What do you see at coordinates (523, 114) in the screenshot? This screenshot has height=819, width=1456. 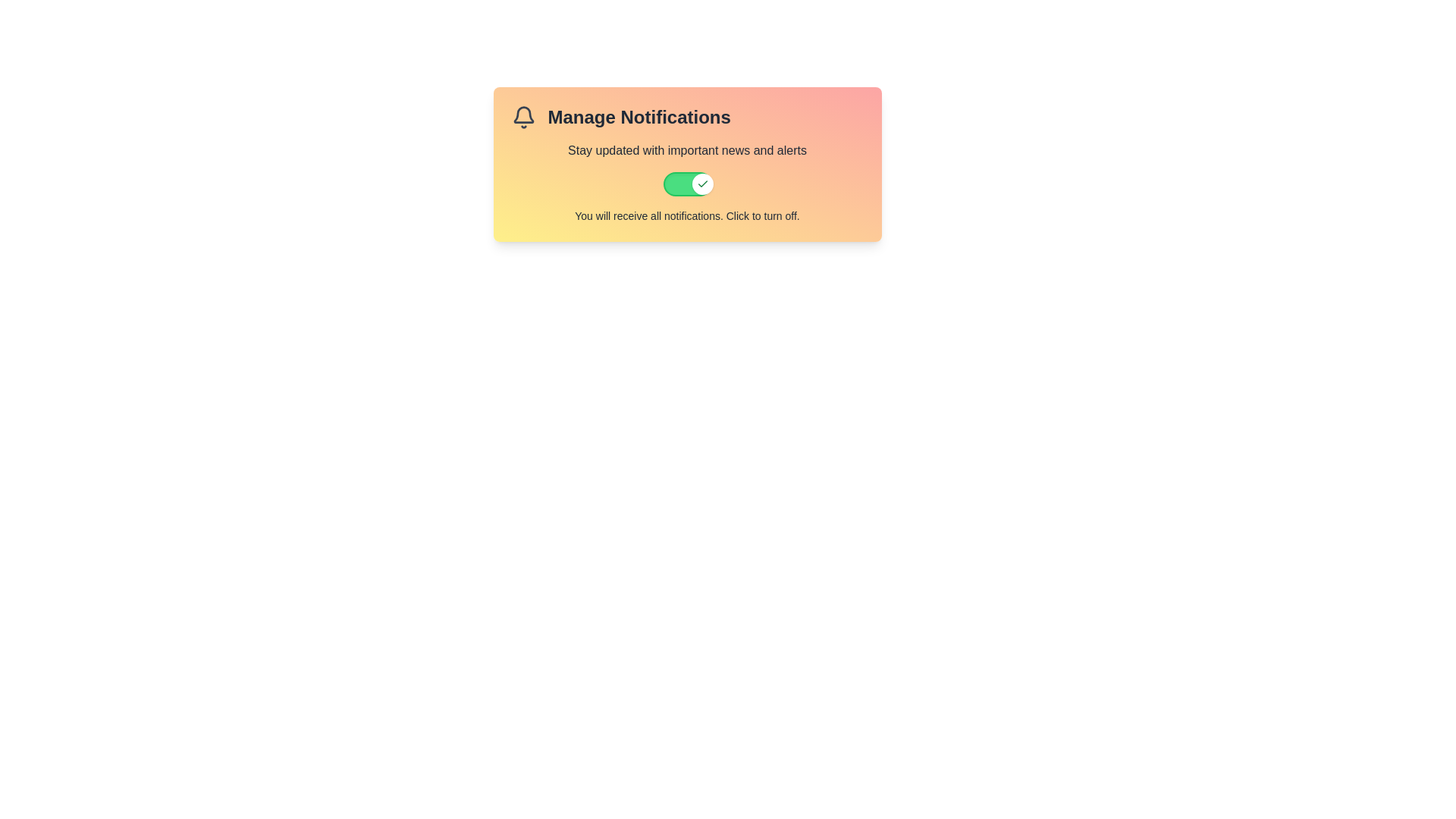 I see `the lower portion of the bell icon, which symbolizes notification settings within the 'Manage Notifications' card` at bounding box center [523, 114].